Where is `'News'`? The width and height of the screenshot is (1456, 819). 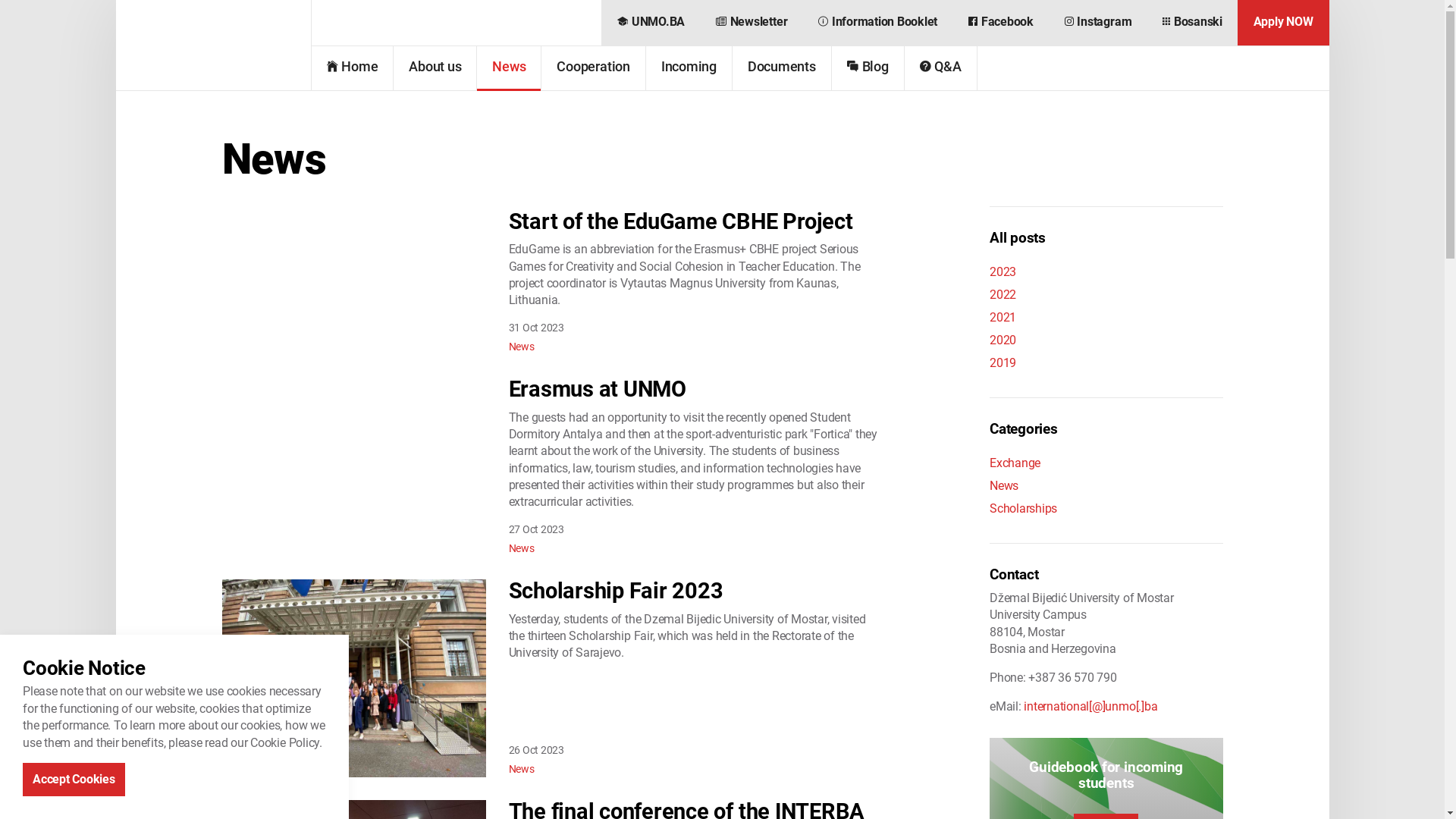
'News' is located at coordinates (509, 67).